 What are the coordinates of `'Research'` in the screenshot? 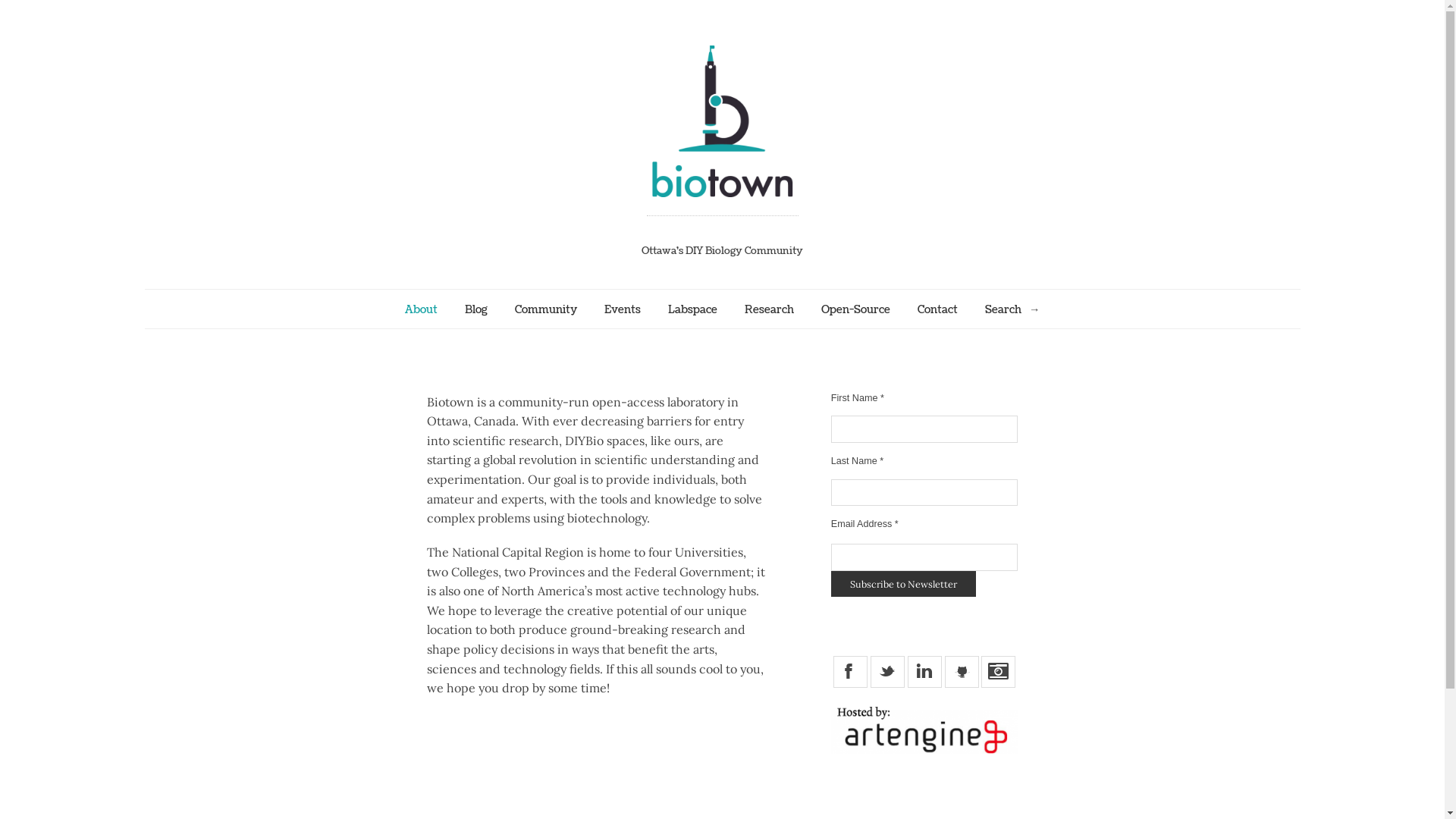 It's located at (769, 309).